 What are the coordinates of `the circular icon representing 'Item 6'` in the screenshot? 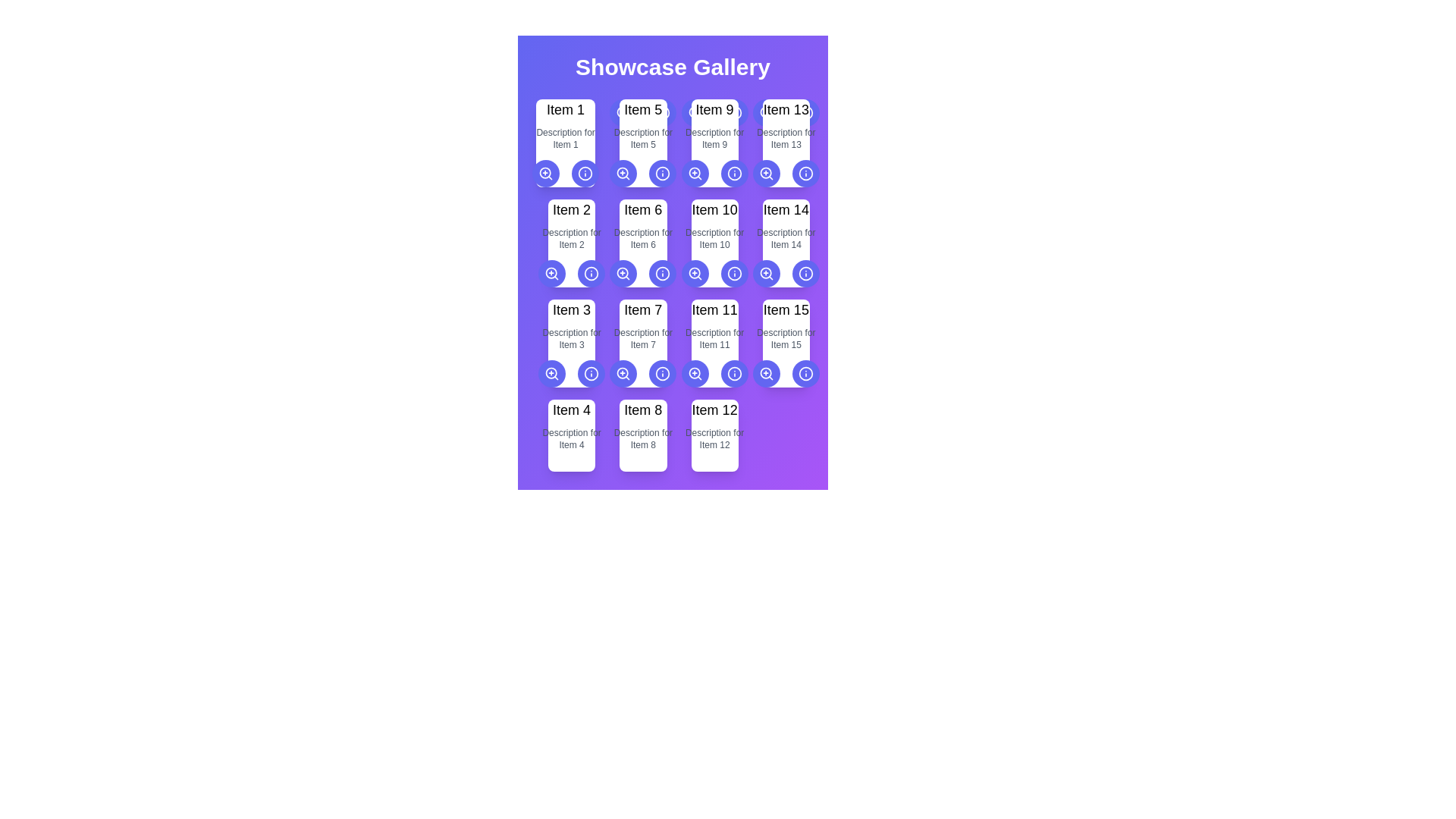 It's located at (591, 274).